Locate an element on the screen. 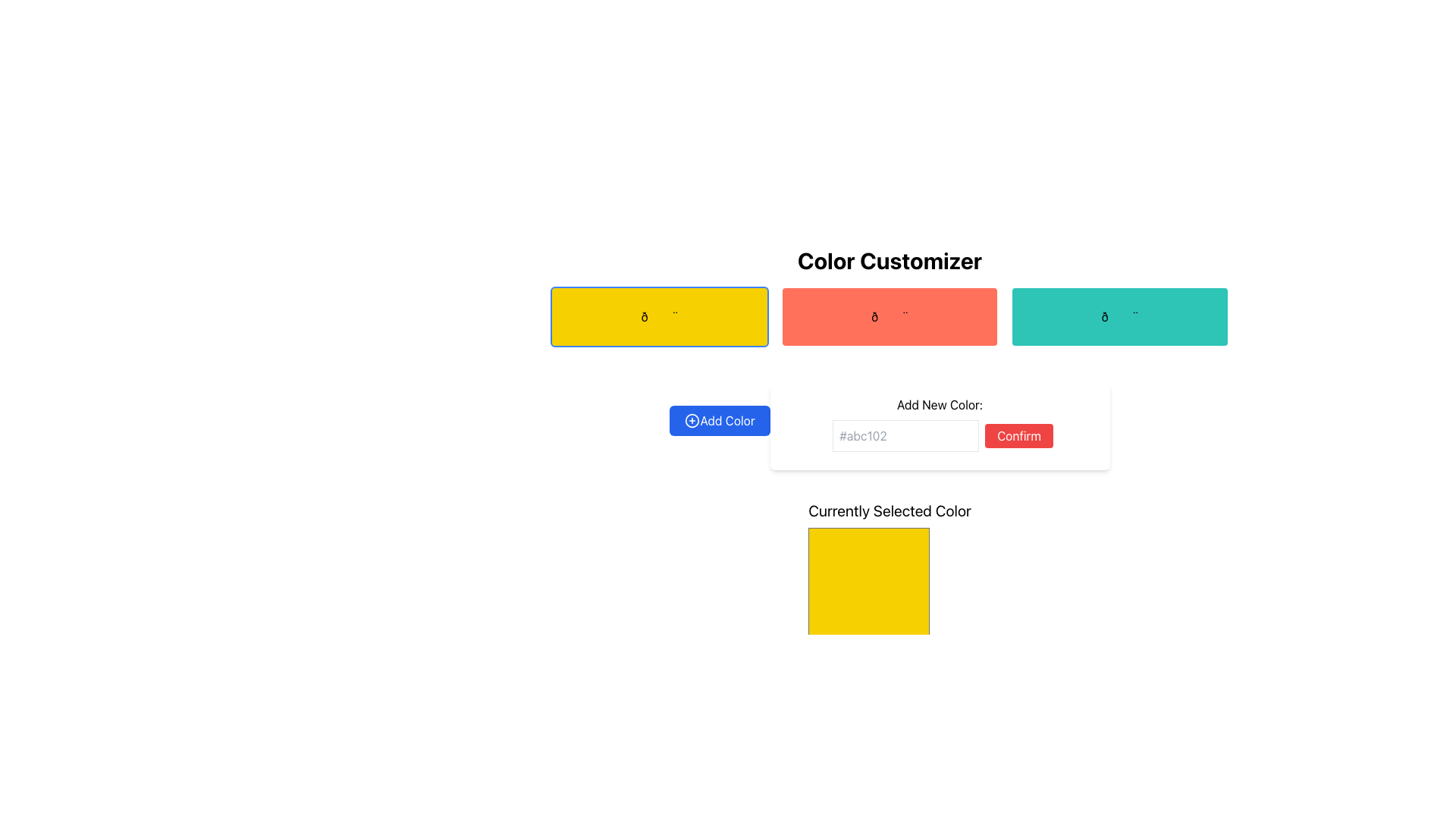  the circular icon with a light blue background that contains a plus sign, located within the 'Add Color' button is located at coordinates (692, 421).